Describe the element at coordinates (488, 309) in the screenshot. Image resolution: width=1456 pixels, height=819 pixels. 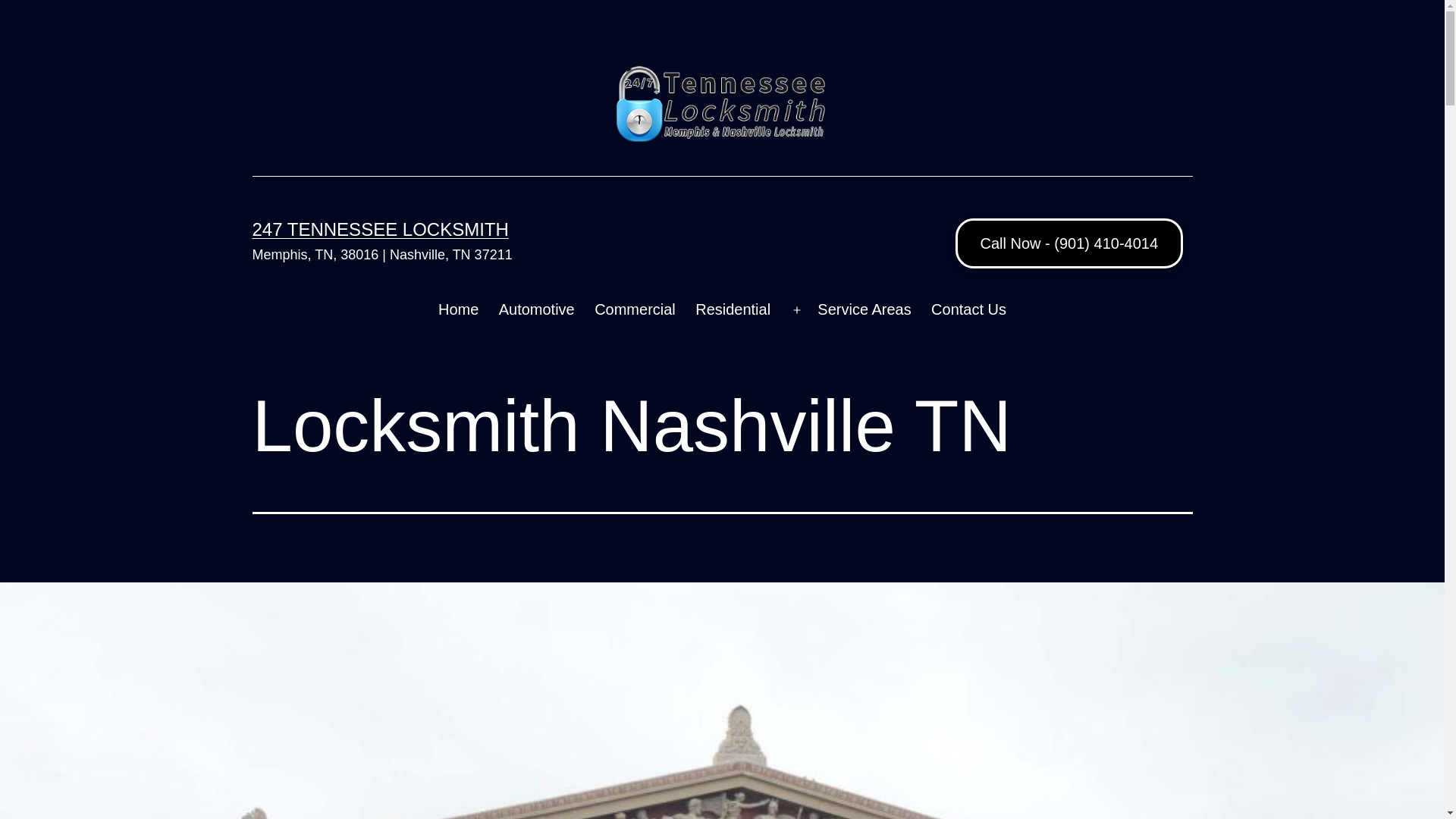
I see `'Automotive'` at that location.